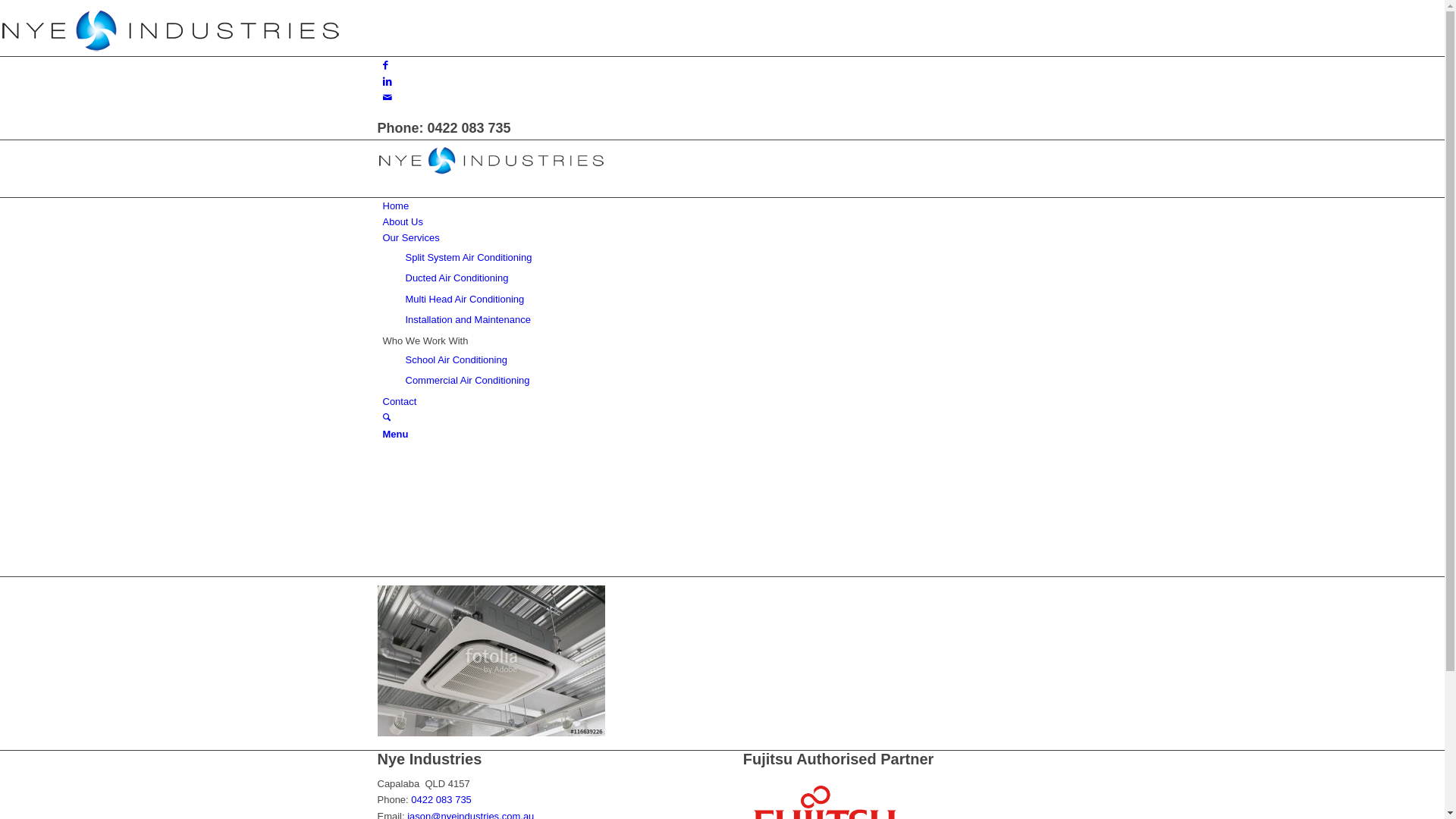 This screenshot has height=819, width=1456. Describe the element at coordinates (395, 434) in the screenshot. I see `'Menu'` at that location.